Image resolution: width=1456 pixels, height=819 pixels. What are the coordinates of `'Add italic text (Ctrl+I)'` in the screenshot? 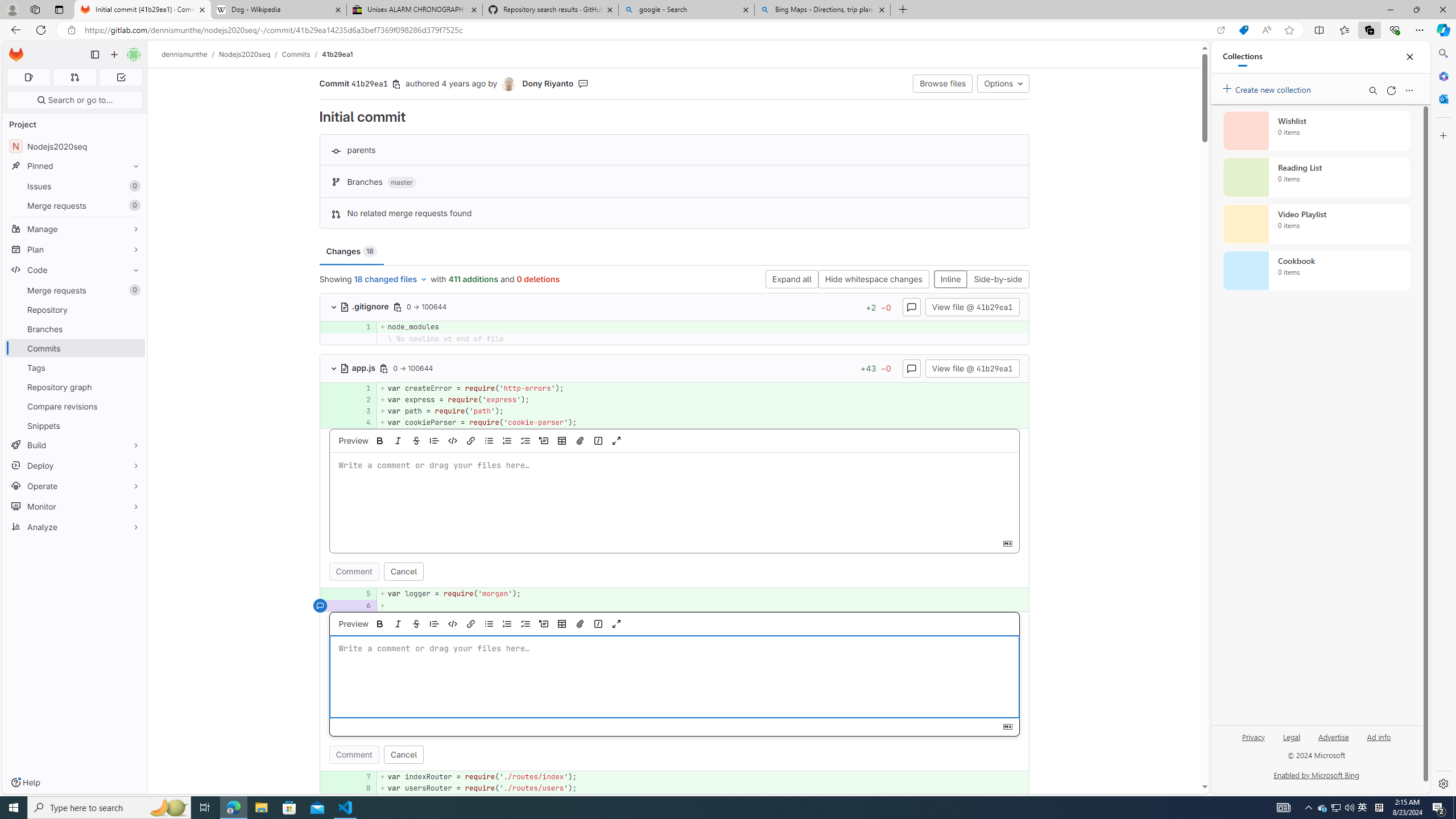 It's located at (398, 623).